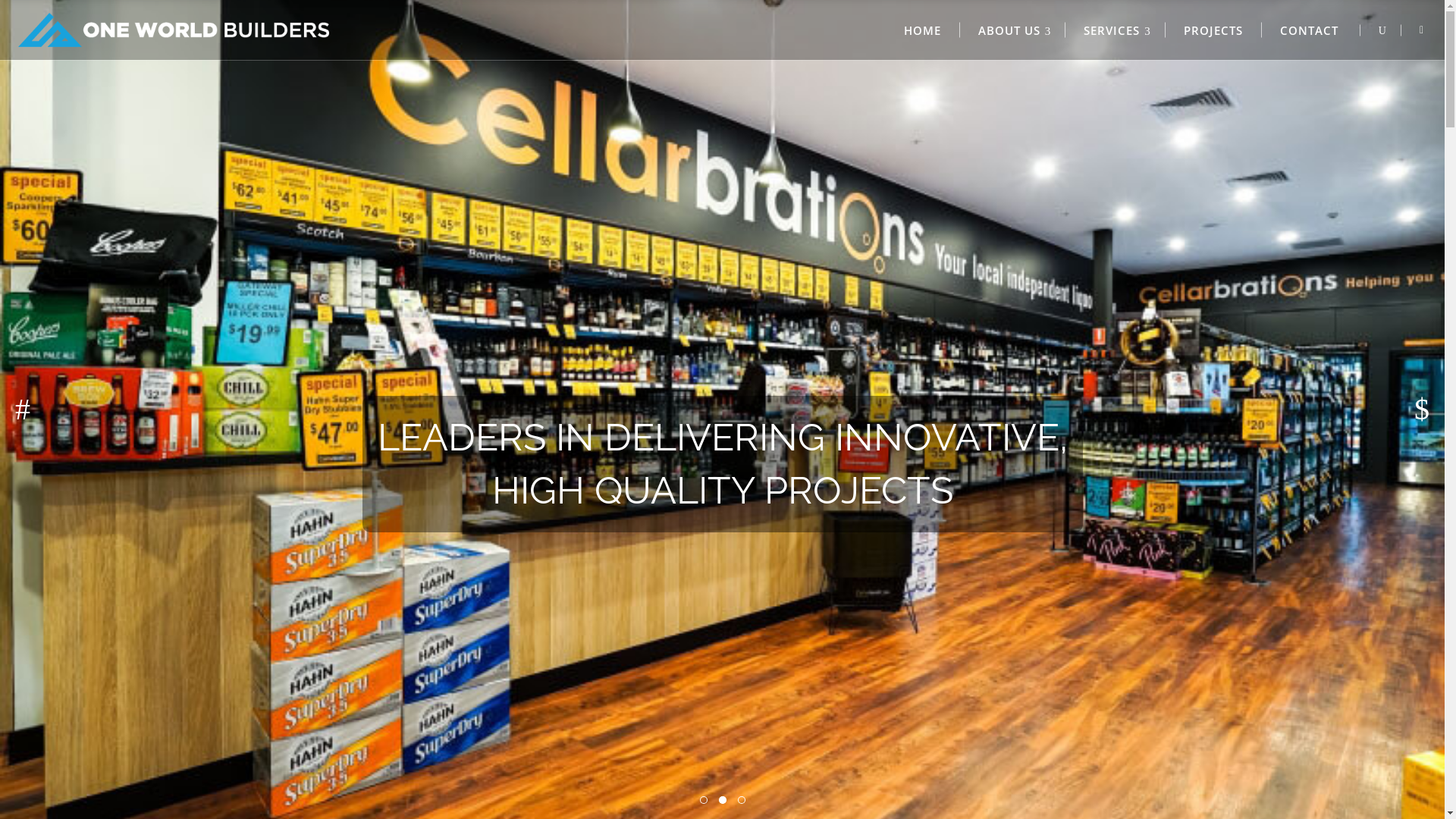 This screenshot has width=1456, height=819. Describe the element at coordinates (1213, 30) in the screenshot. I see `'PROJECTS'` at that location.